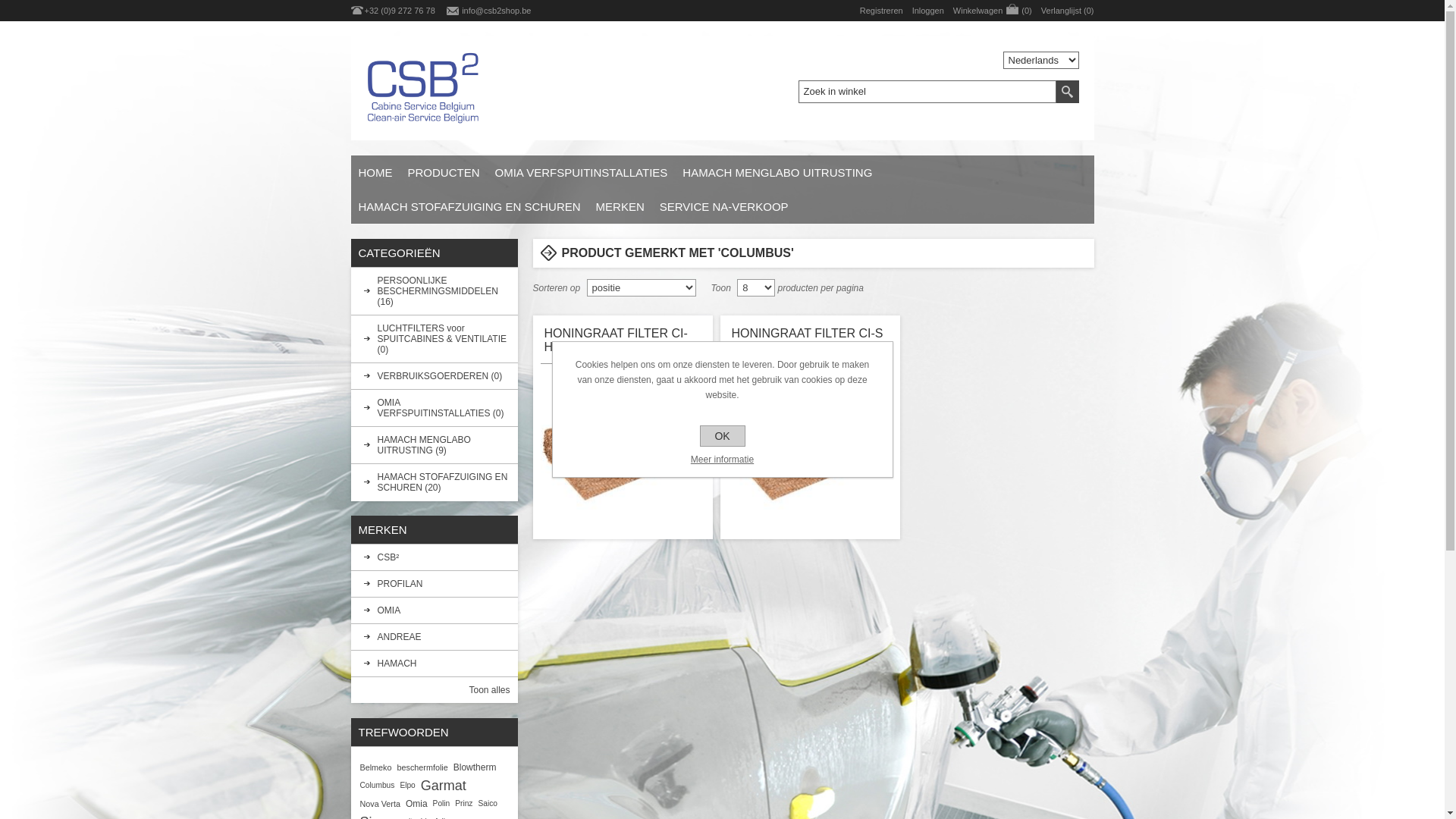 This screenshot has height=819, width=1456. Describe the element at coordinates (487, 803) in the screenshot. I see `'Saico'` at that location.